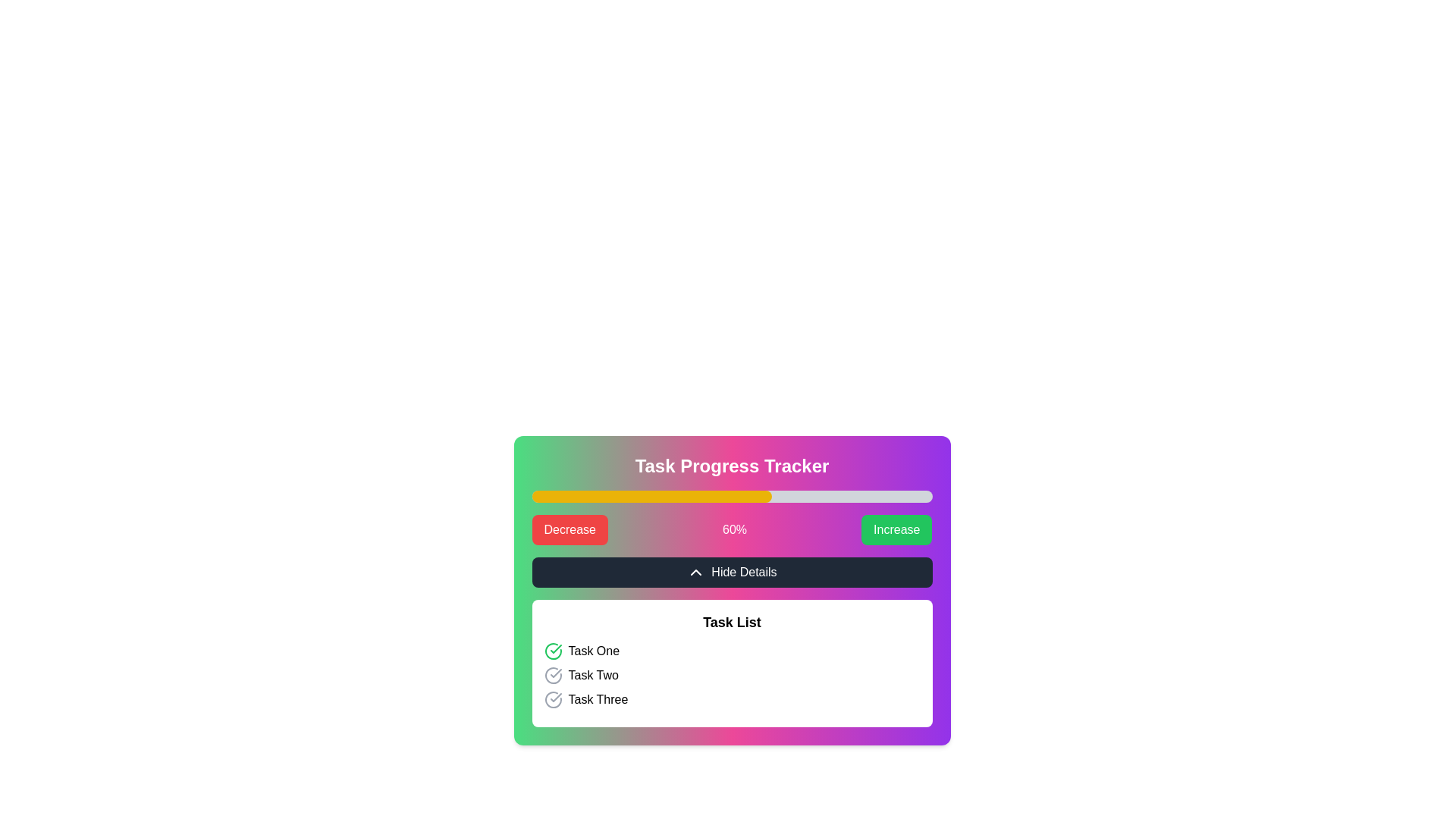  Describe the element at coordinates (732, 465) in the screenshot. I see `the centered header text 'Task Progress Tracker', which is styled with a larger font size and bold characters, located at the top of a colorful gradient box` at that location.